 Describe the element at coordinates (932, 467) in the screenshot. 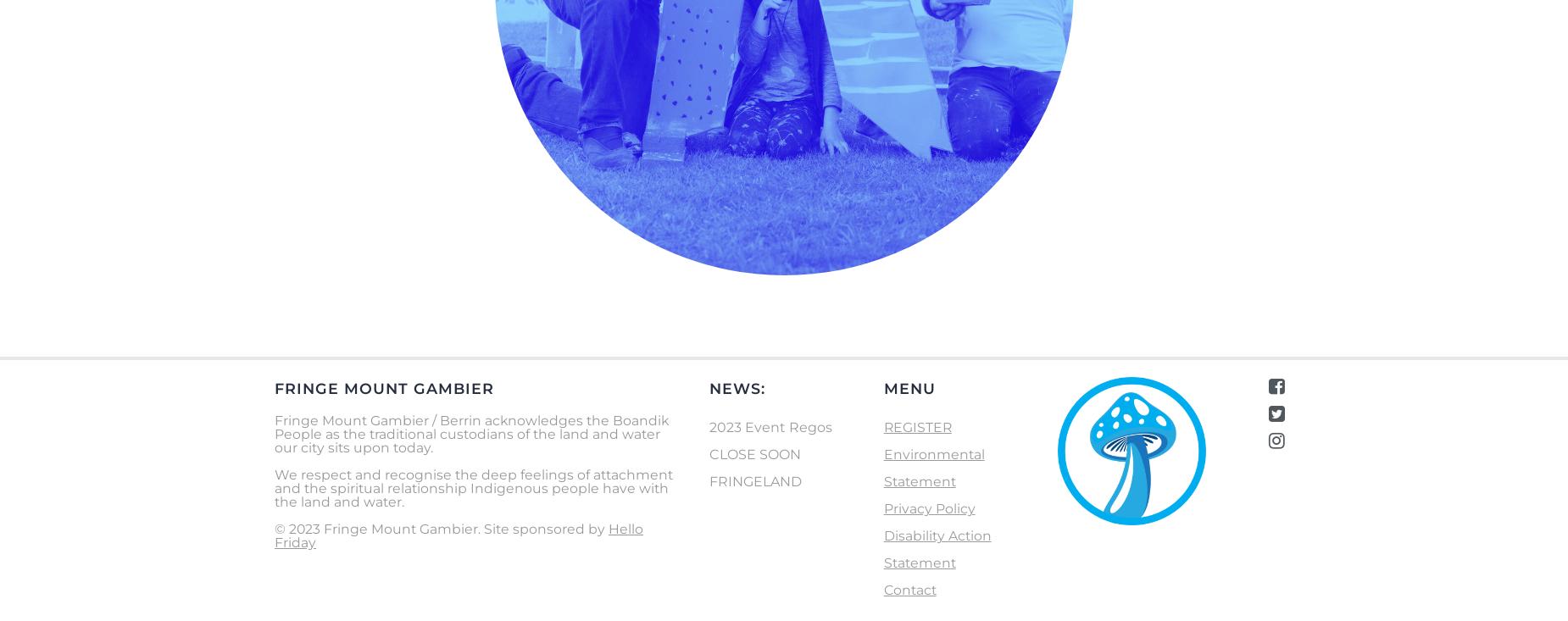

I see `'Environmental Statement'` at that location.